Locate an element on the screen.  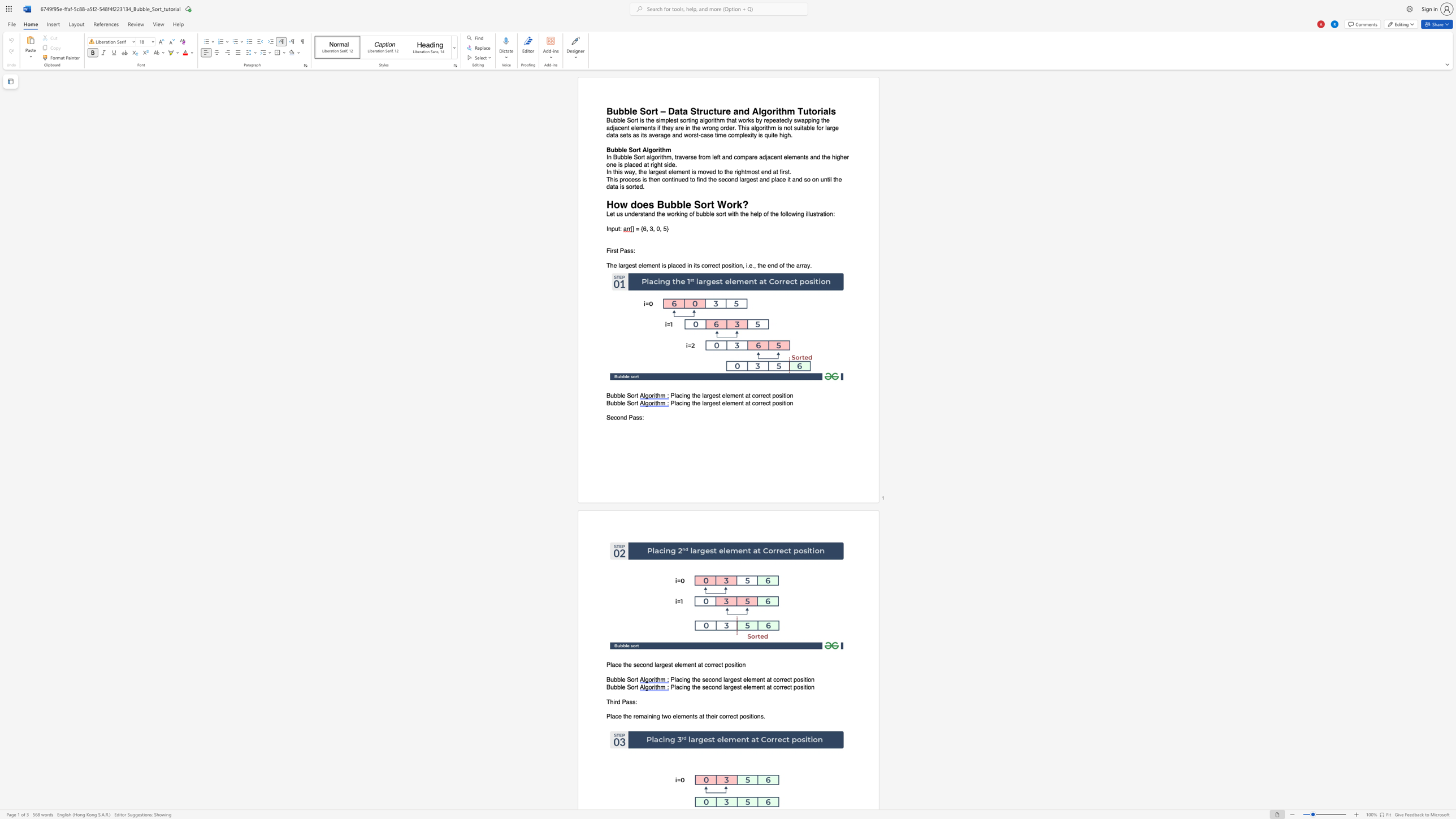
the subset text "Sort" within the text "Bubble Sort" is located at coordinates (626, 680).